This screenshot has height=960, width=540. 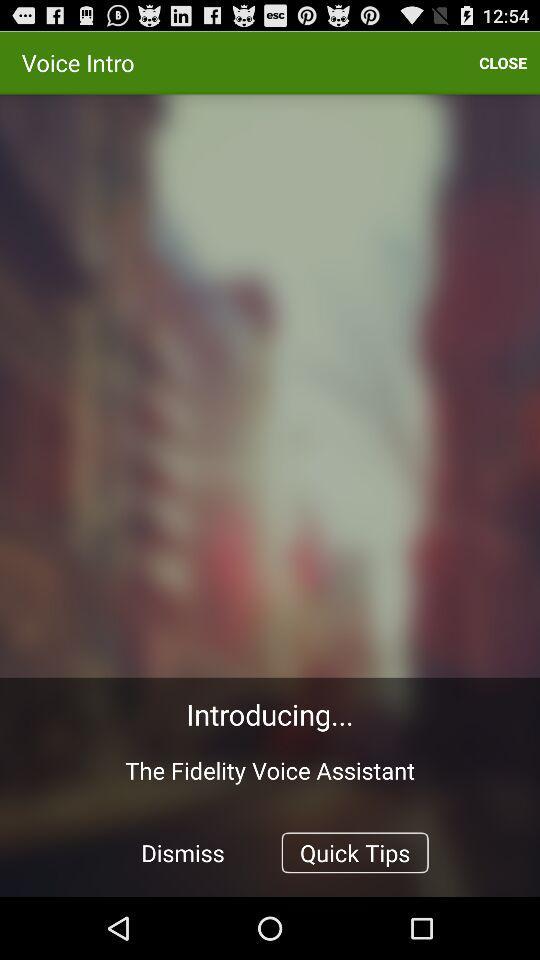 What do you see at coordinates (183, 851) in the screenshot?
I see `the dismiss` at bounding box center [183, 851].